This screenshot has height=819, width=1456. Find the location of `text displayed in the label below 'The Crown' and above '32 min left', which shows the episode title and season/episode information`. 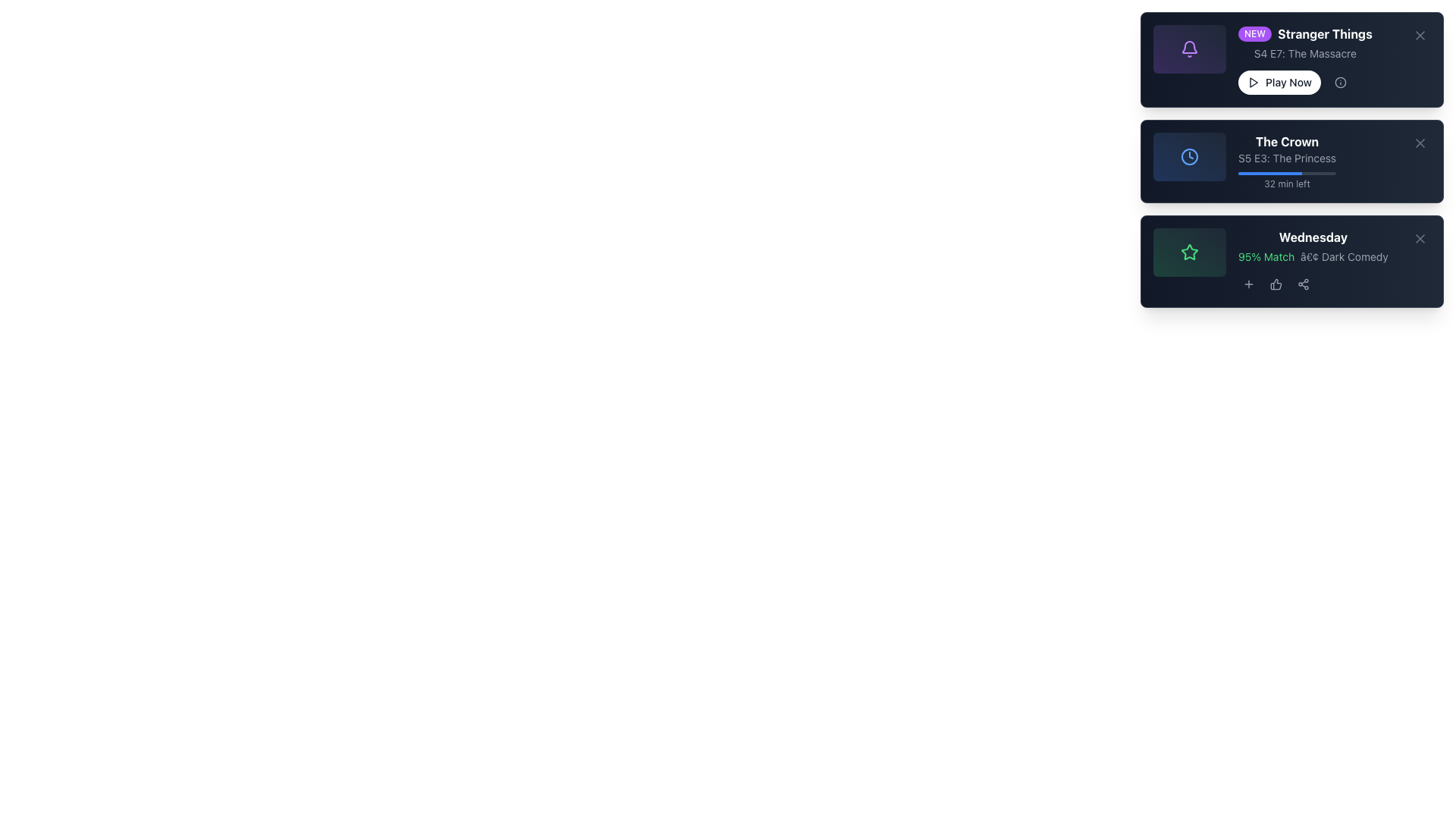

text displayed in the label below 'The Crown' and above '32 min left', which shows the episode title and season/episode information is located at coordinates (1286, 158).